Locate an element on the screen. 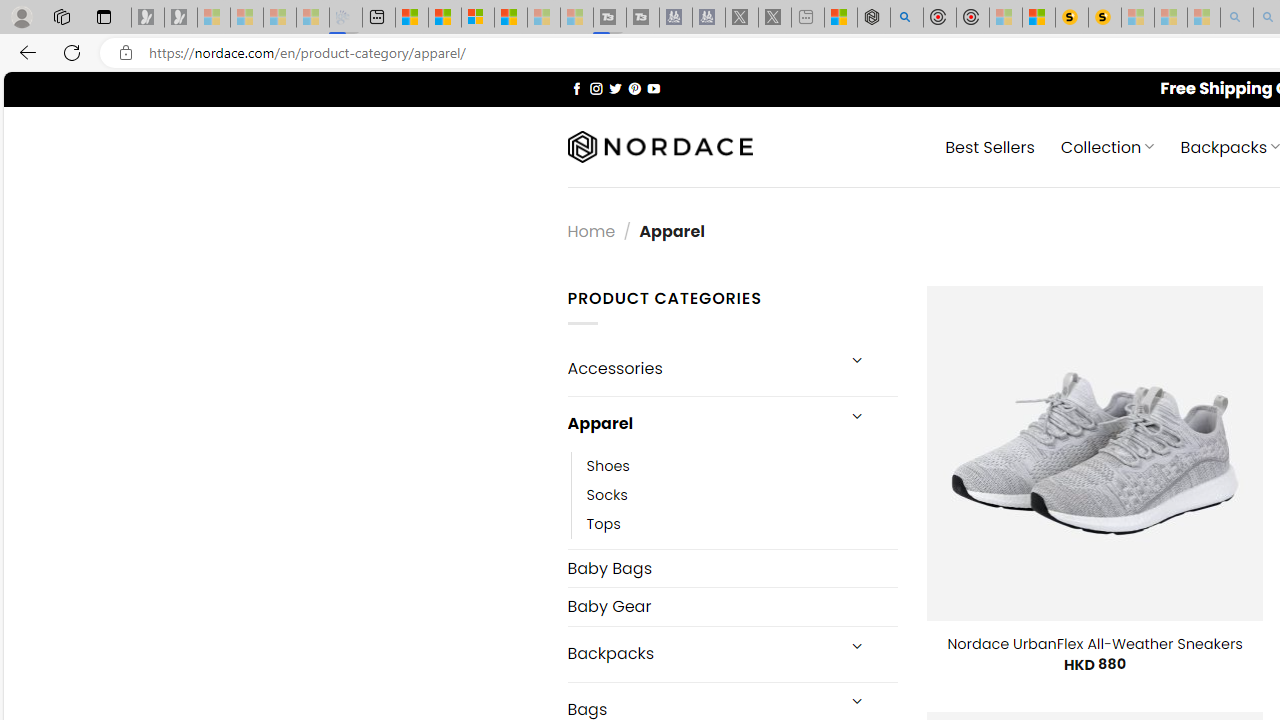 This screenshot has height=720, width=1280. 'Follow on Twitter' is located at coordinates (614, 87).